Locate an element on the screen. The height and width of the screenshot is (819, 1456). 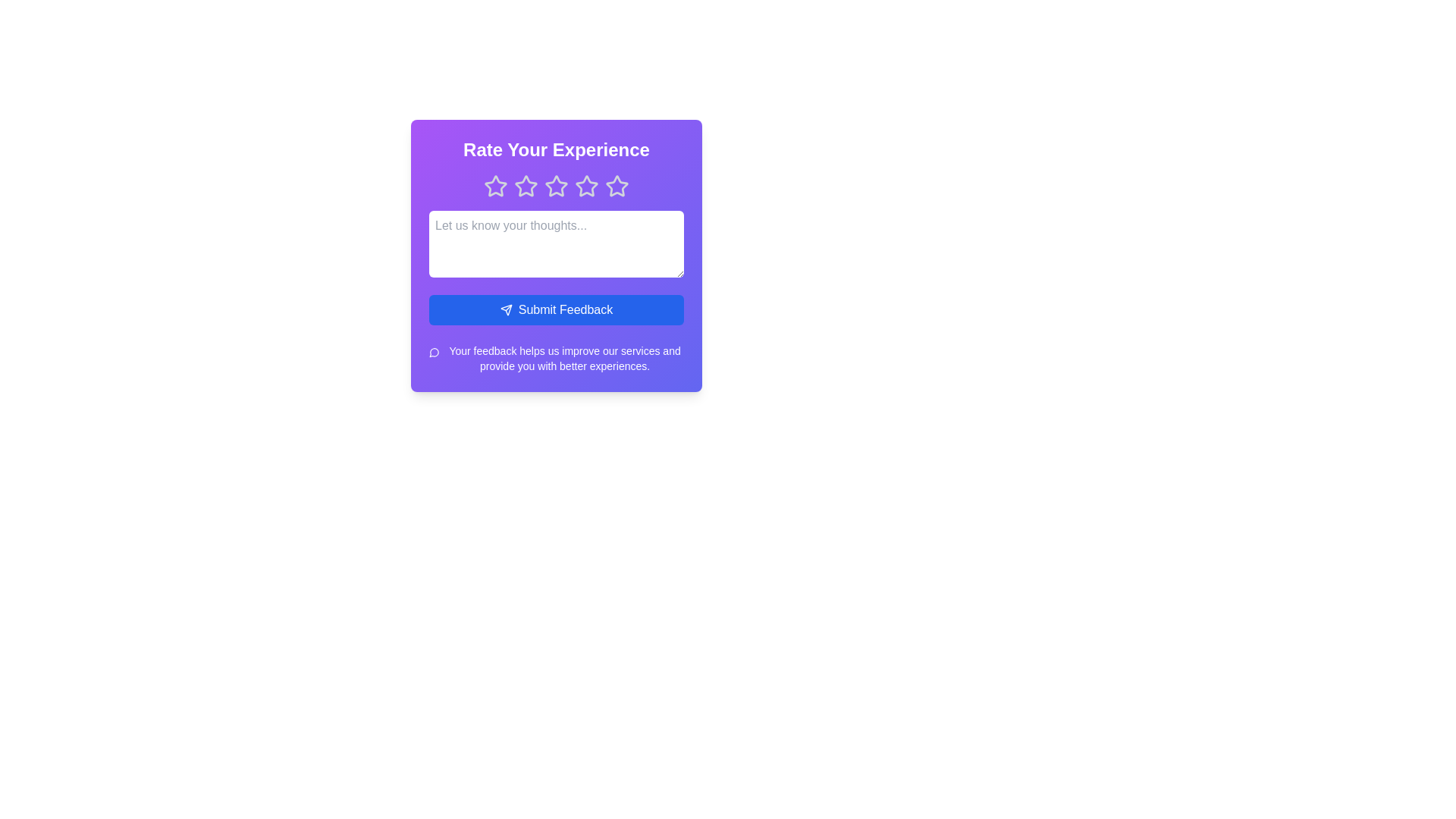
the third star-shaped icon with a purple background and gray outline in the rating system is located at coordinates (585, 185).